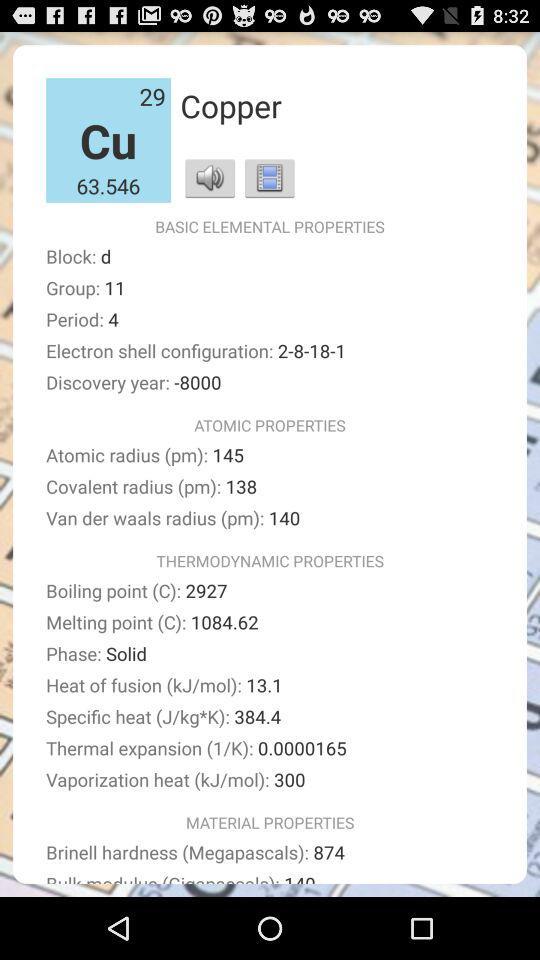  What do you see at coordinates (269, 176) in the screenshot?
I see `app below the copper item` at bounding box center [269, 176].